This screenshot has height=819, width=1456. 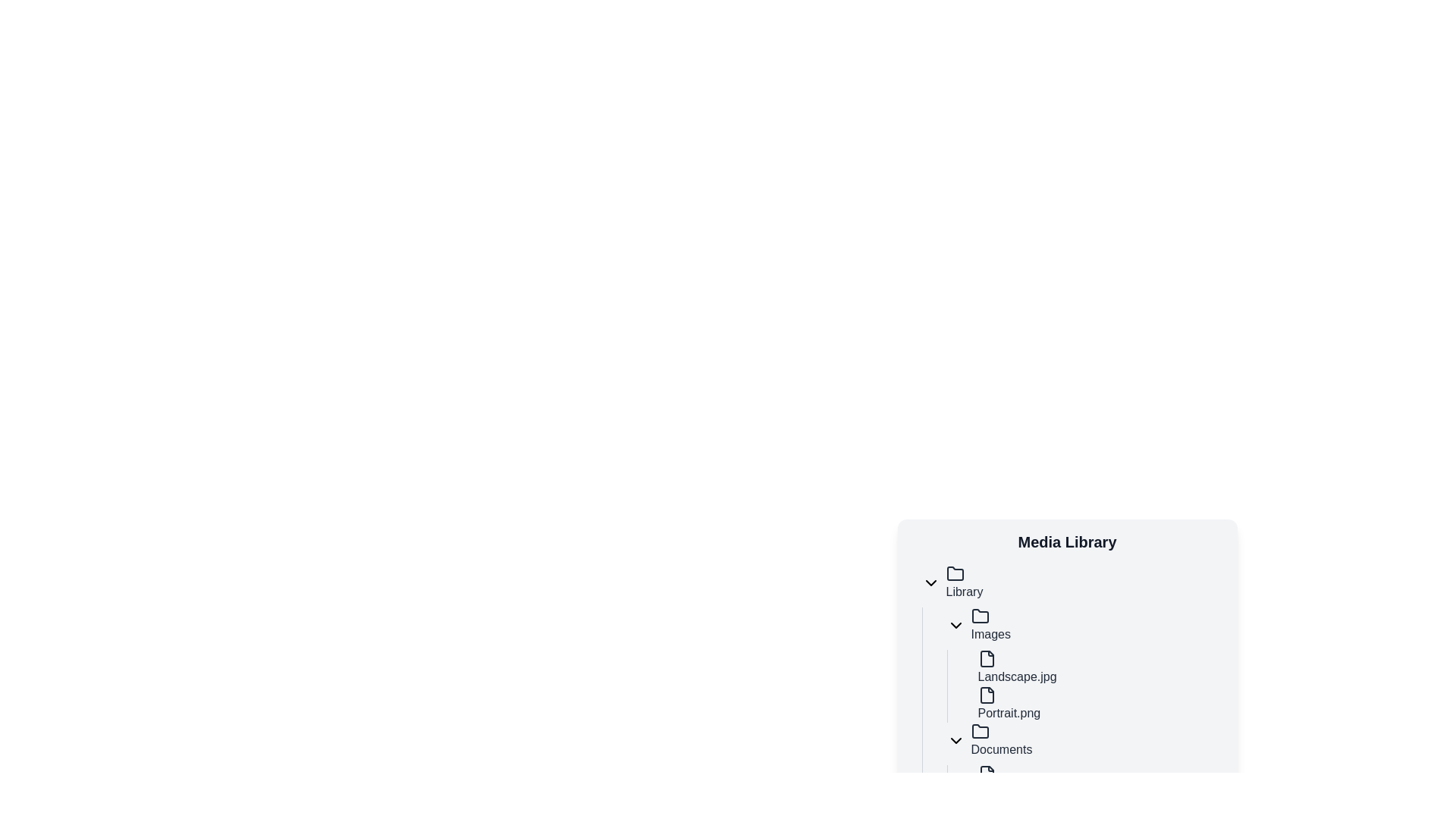 I want to click on the document file icon located at the bottom of the 'Media Library' section, beneath the 'Documents' folder, so click(x=987, y=774).